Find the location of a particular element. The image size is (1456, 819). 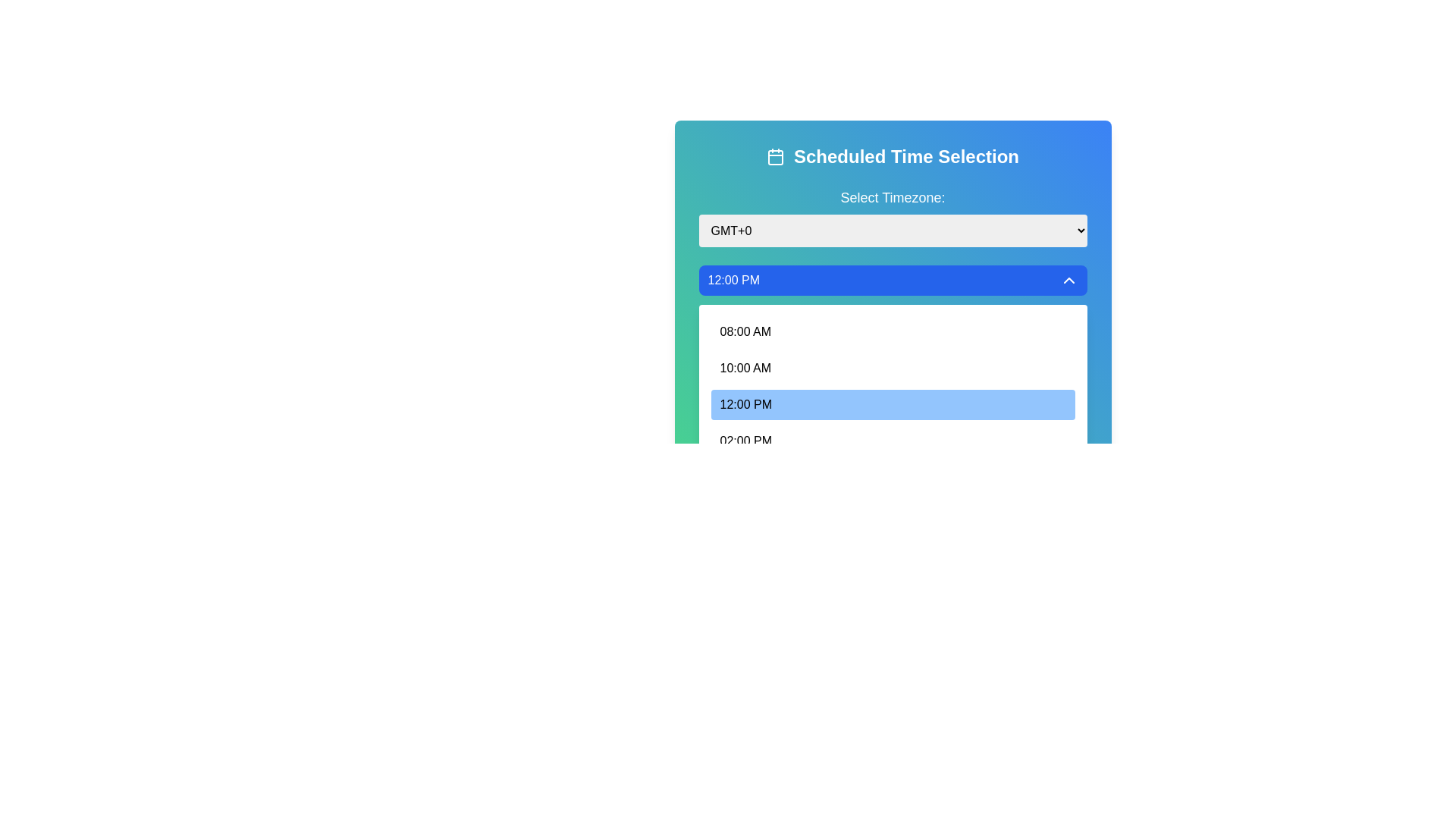

the Text label that serves as a label for the timezone selection dropdown menu located above the 'GMT+0' dropdown is located at coordinates (893, 197).